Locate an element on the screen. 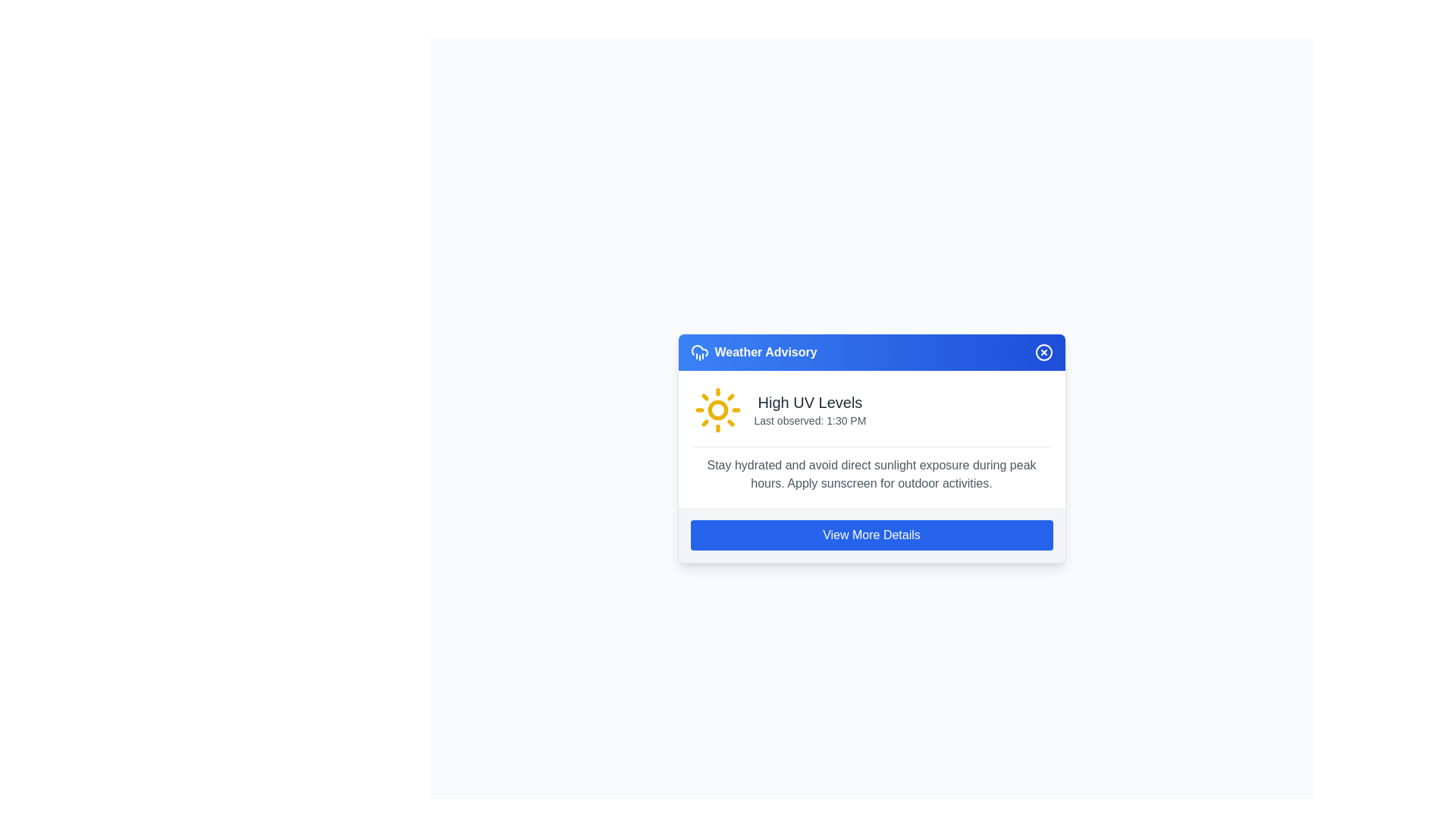 Image resolution: width=1456 pixels, height=819 pixels. the Informational card section titled 'Weather Advisory' that provides information about high UV levels and protective measures, located centrally in the card under the blue title bar is located at coordinates (871, 438).